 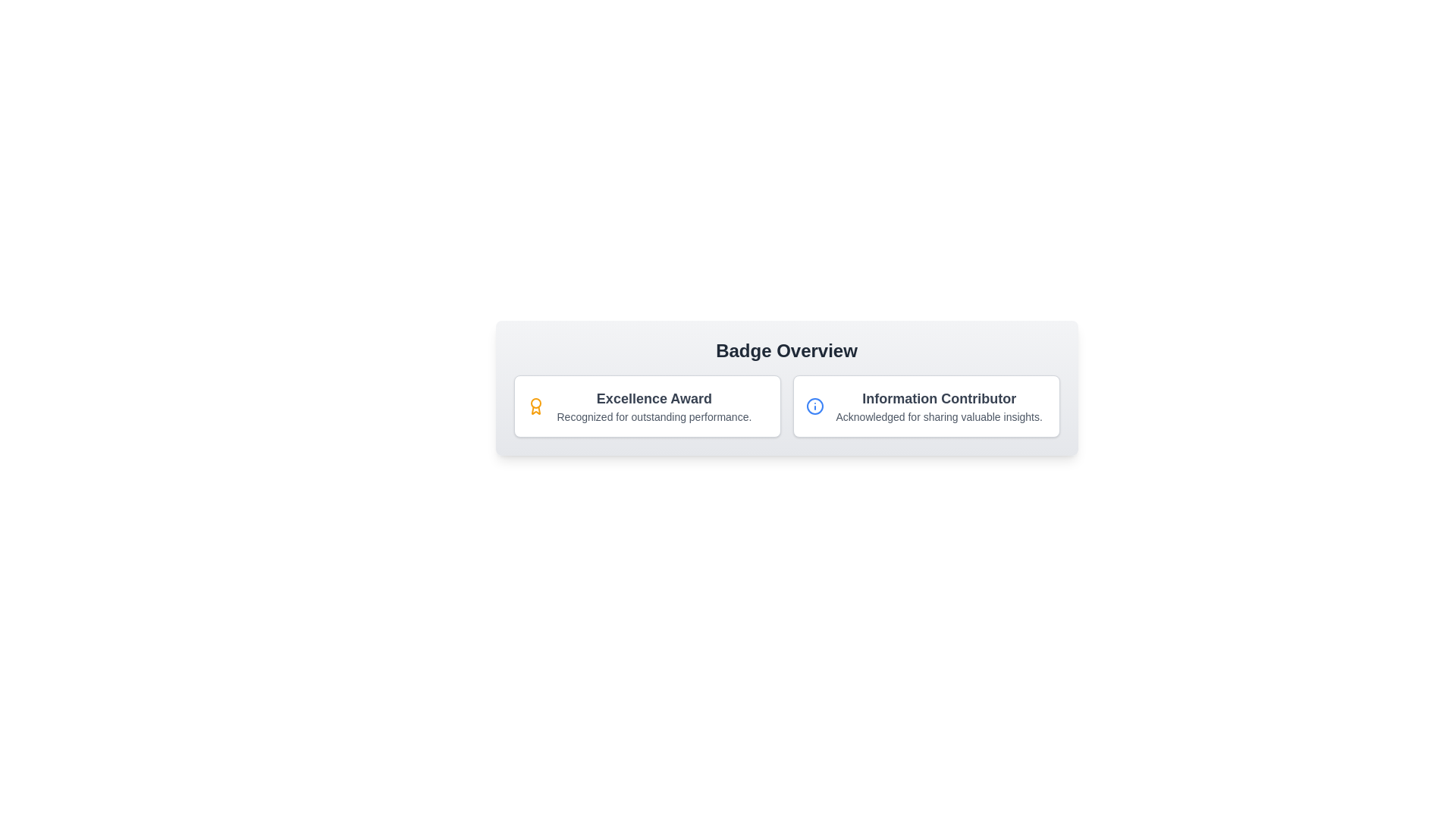 I want to click on the Text Display element labeled 'Excellence Award' which has a larger, bold font and is accompanied by a smaller description below it, located towards the left side of the badge list, so click(x=654, y=406).